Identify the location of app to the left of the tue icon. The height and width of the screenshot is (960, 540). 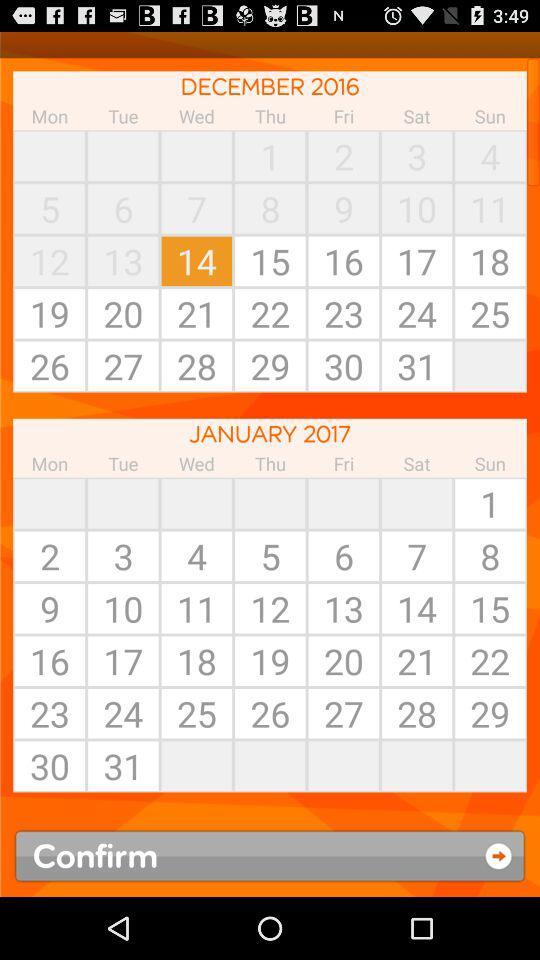
(49, 502).